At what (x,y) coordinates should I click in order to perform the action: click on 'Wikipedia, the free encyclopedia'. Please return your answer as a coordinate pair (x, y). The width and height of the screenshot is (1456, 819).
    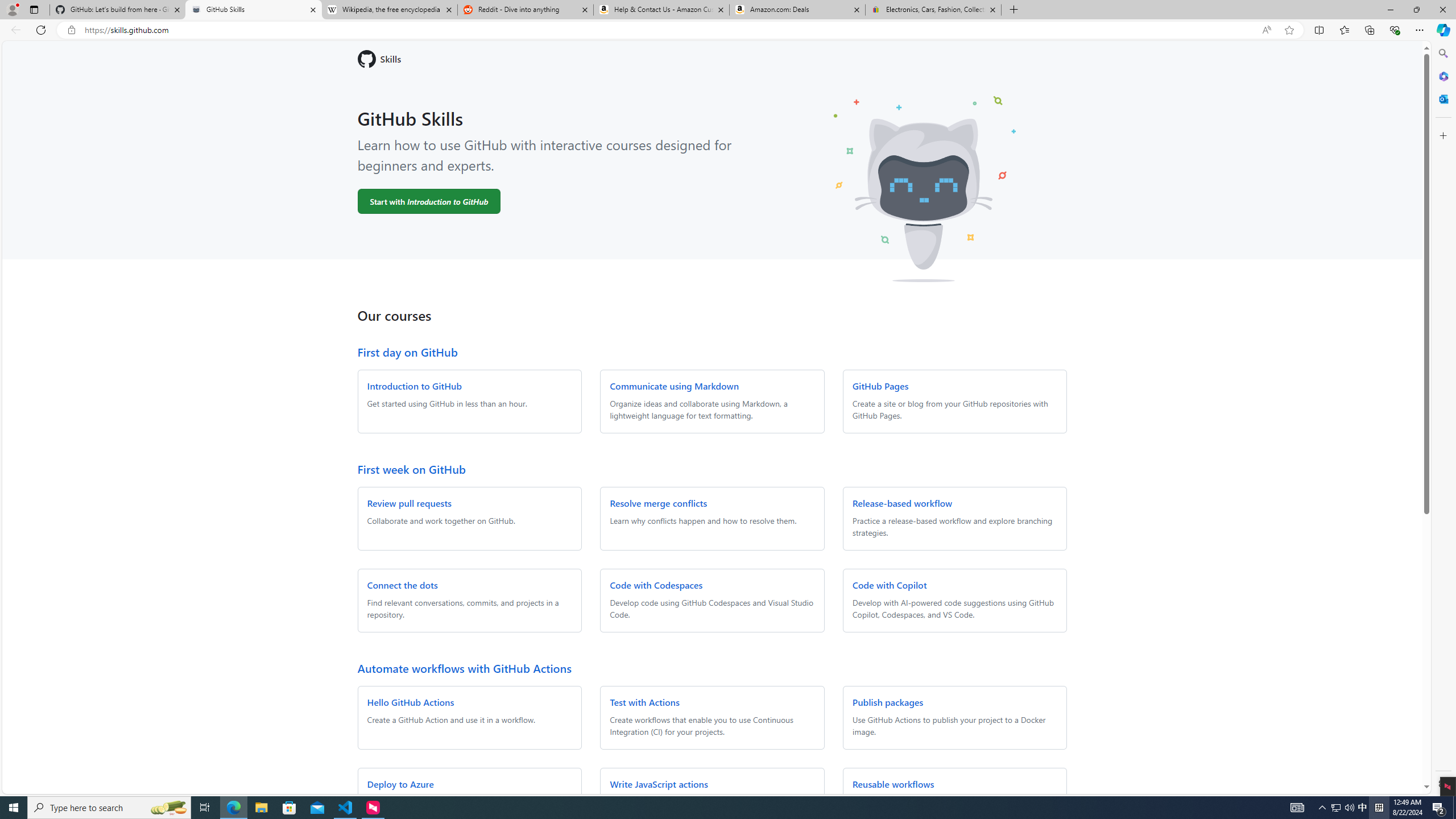
    Looking at the image, I should click on (390, 9).